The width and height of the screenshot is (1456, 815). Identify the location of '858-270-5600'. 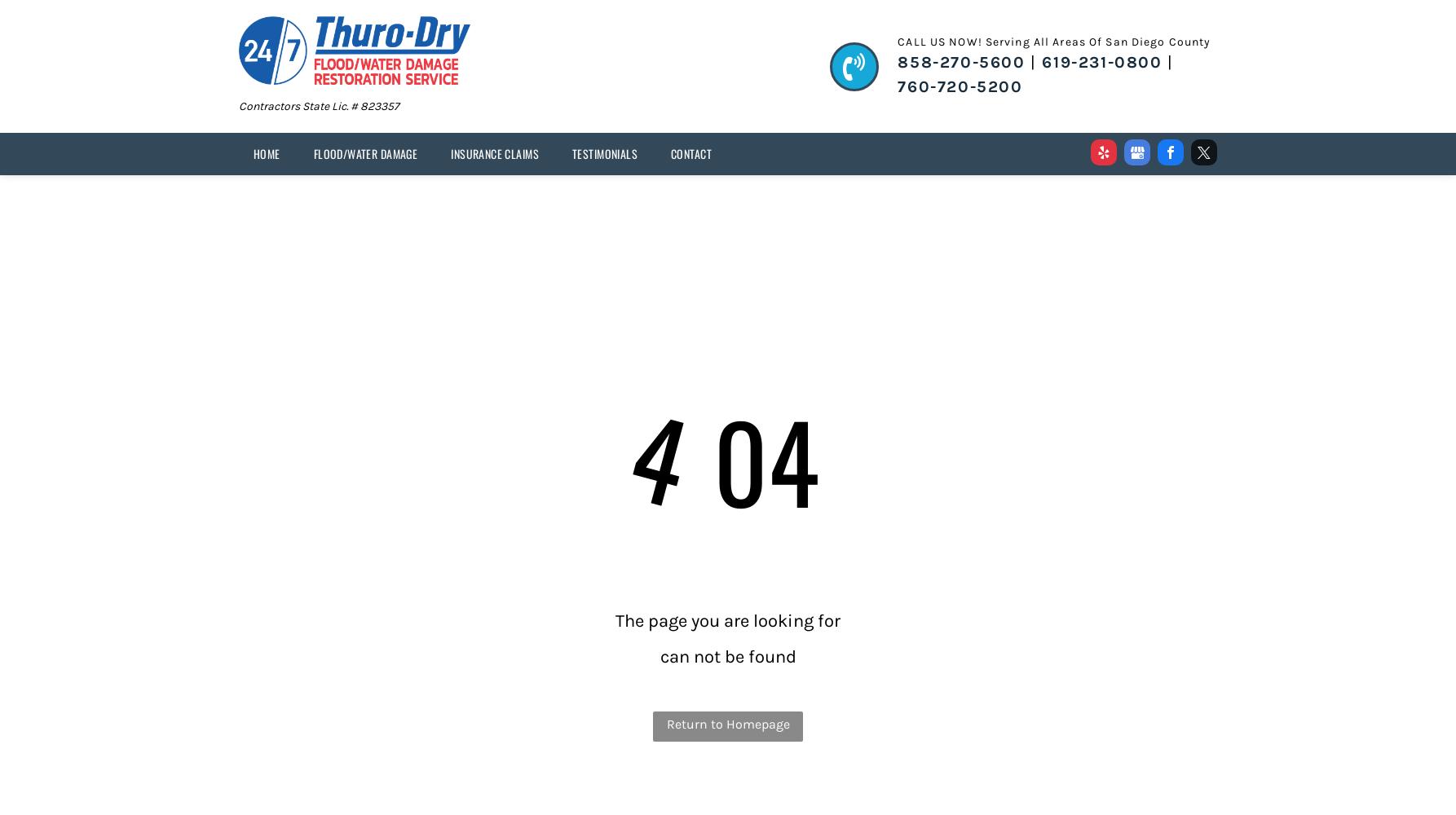
(960, 61).